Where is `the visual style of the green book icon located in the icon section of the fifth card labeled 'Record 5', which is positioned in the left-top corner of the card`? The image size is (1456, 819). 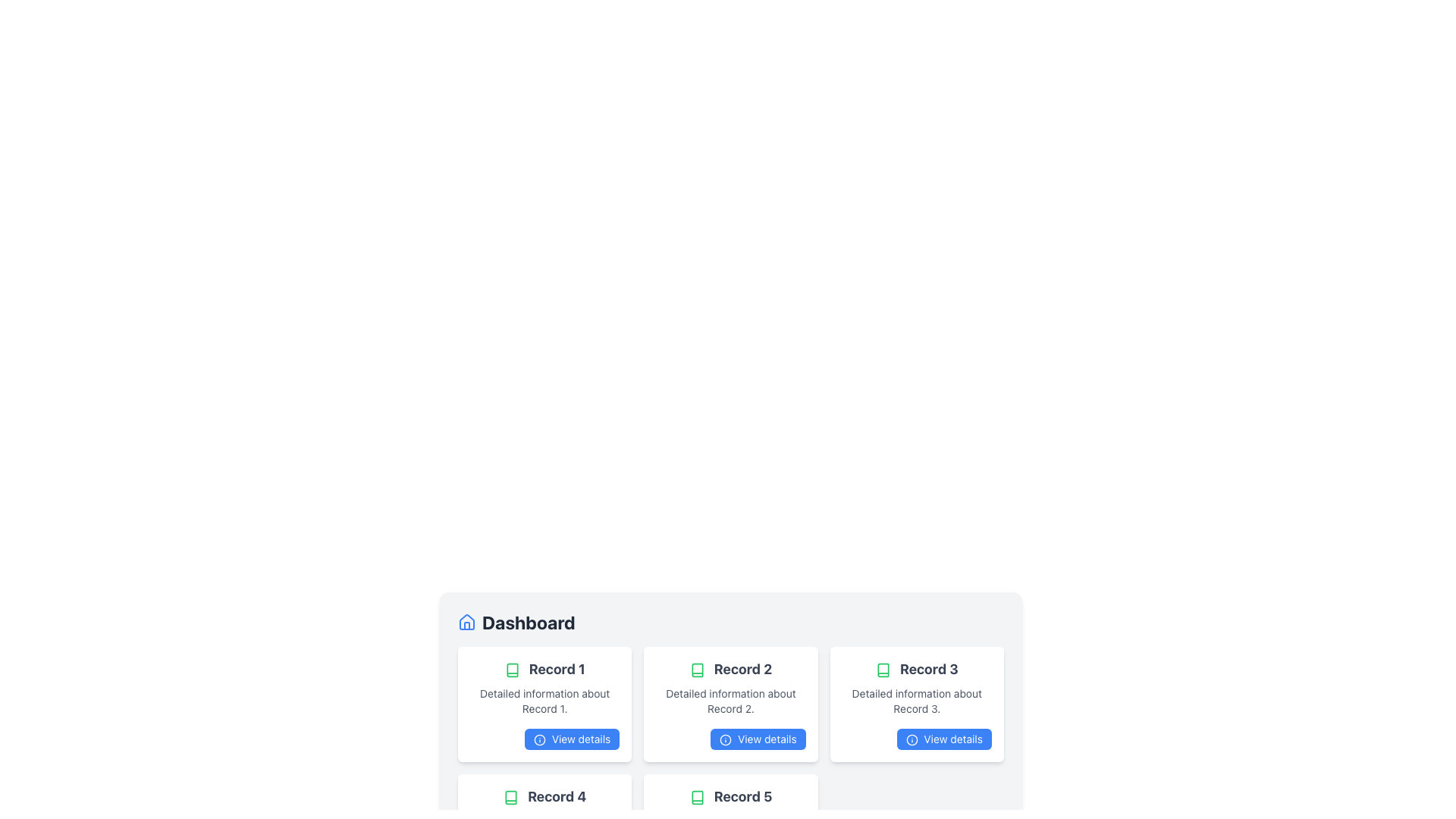 the visual style of the green book icon located in the icon section of the fifth card labeled 'Record 5', which is positioned in the left-top corner of the card is located at coordinates (696, 797).